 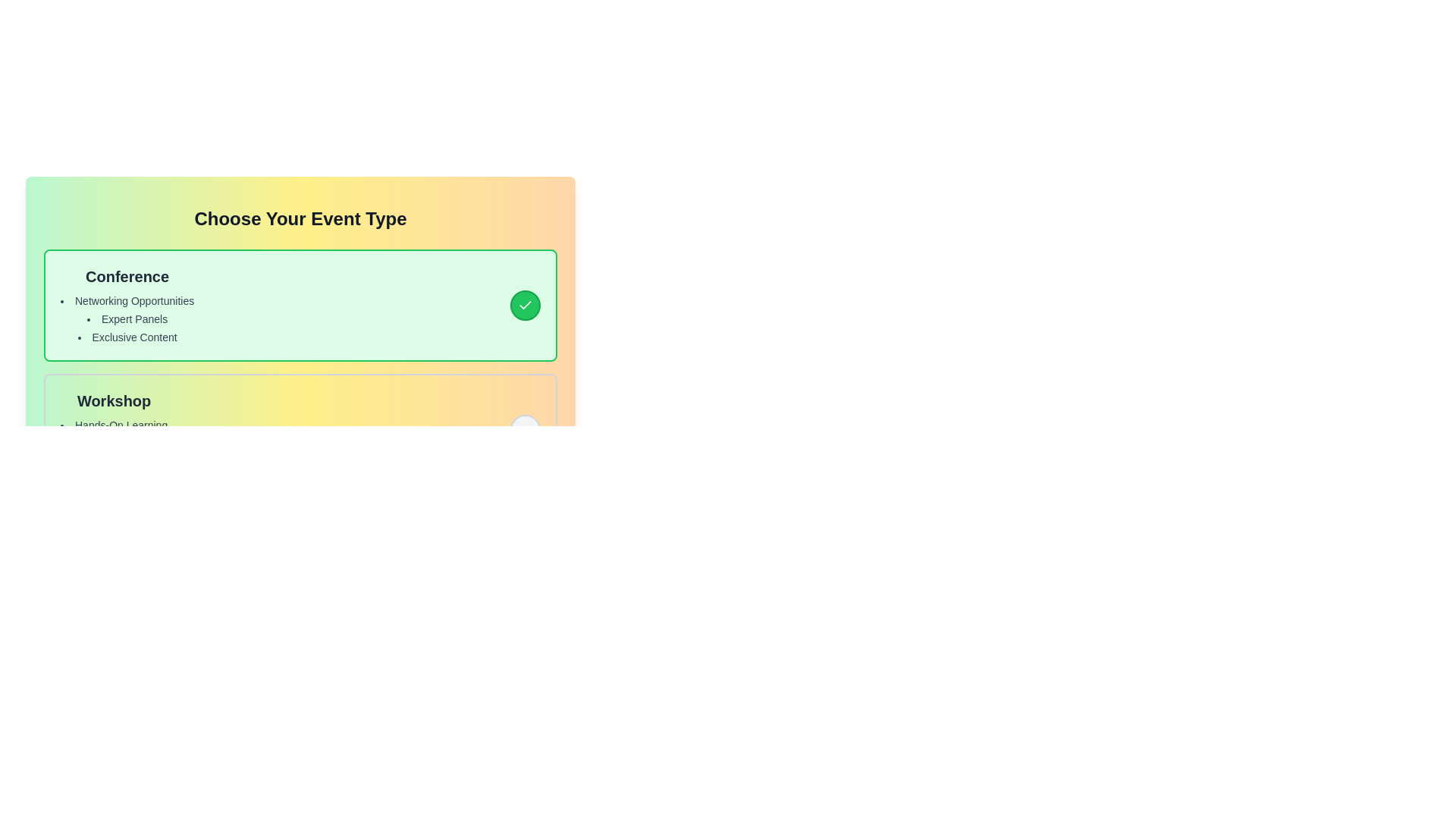 I want to click on bold title text label 'Conference' which is styled with a larger font size and dark gray color, located at the top of the 'Conference' section box, so click(x=127, y=277).